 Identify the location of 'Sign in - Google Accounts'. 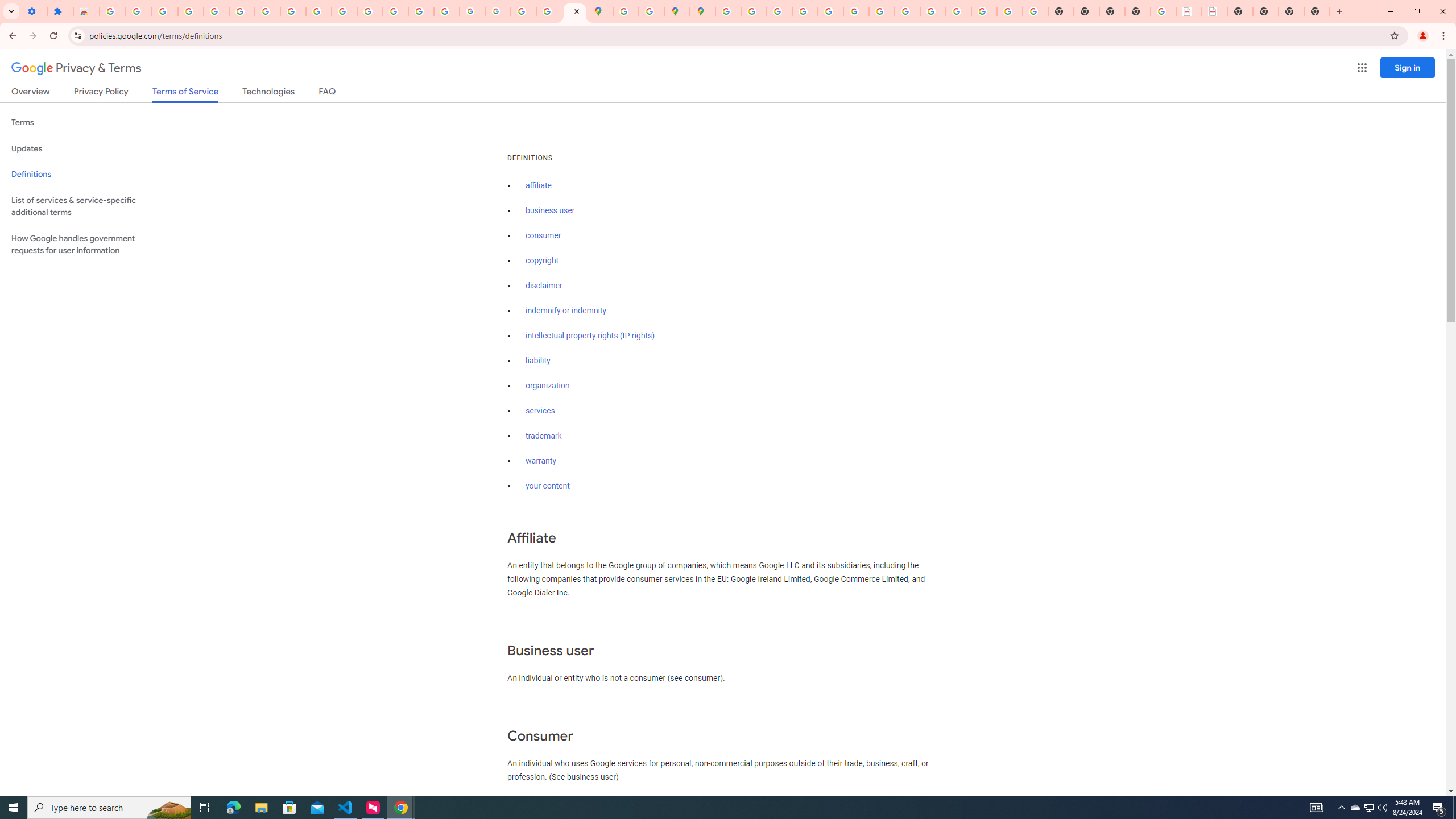
(112, 11).